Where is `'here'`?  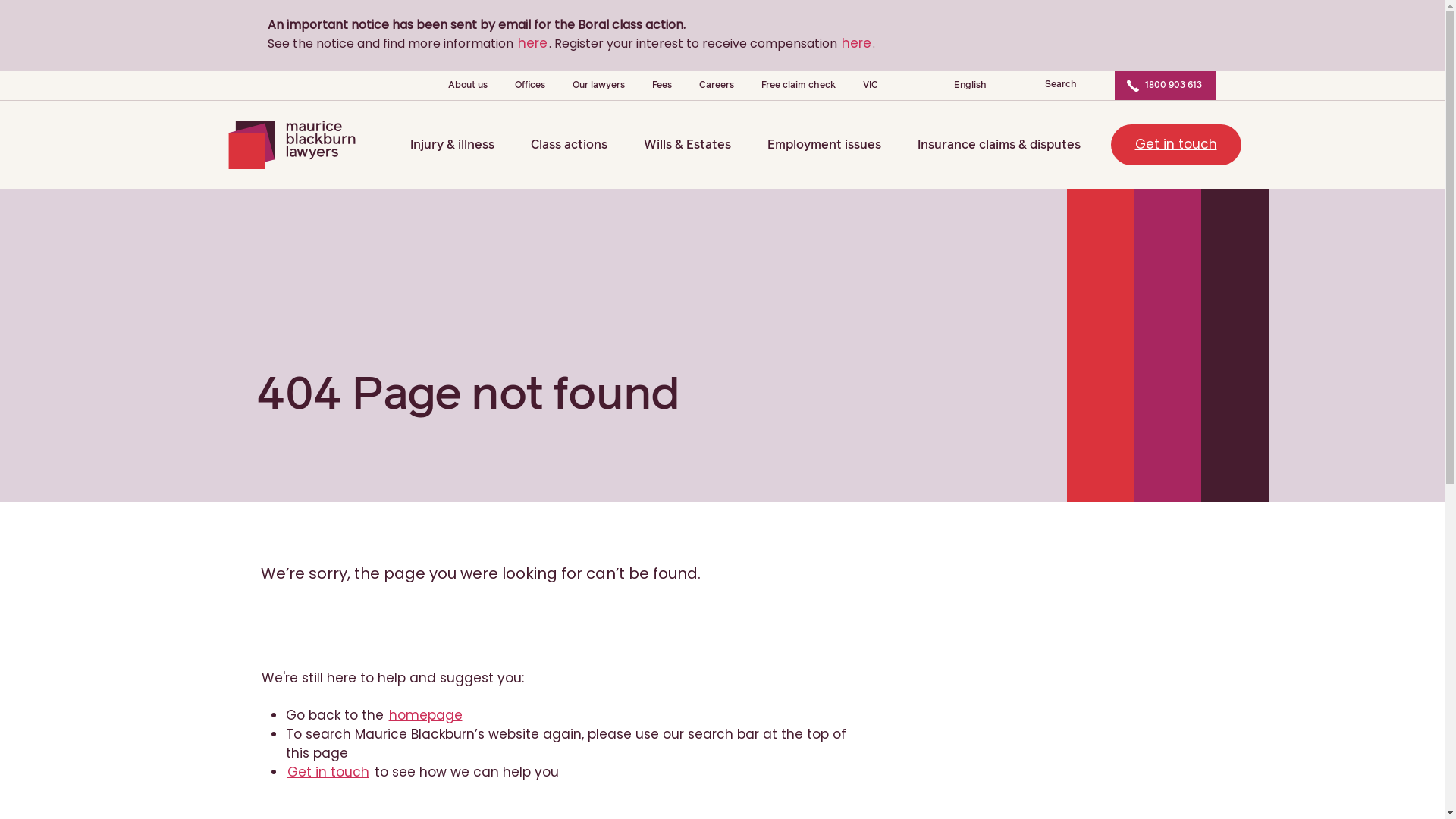 'here' is located at coordinates (516, 42).